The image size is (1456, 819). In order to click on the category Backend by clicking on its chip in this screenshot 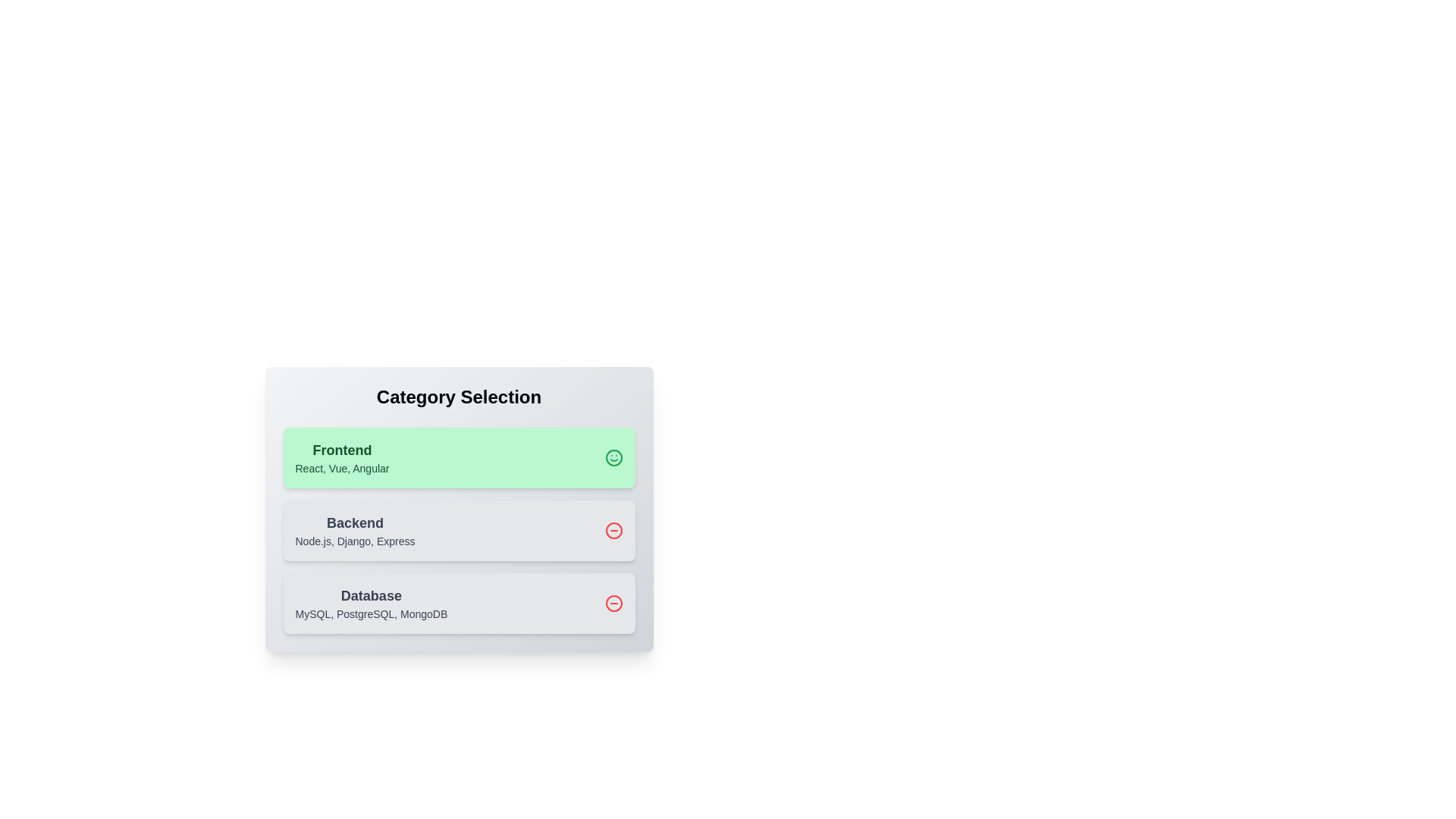, I will do `click(458, 529)`.